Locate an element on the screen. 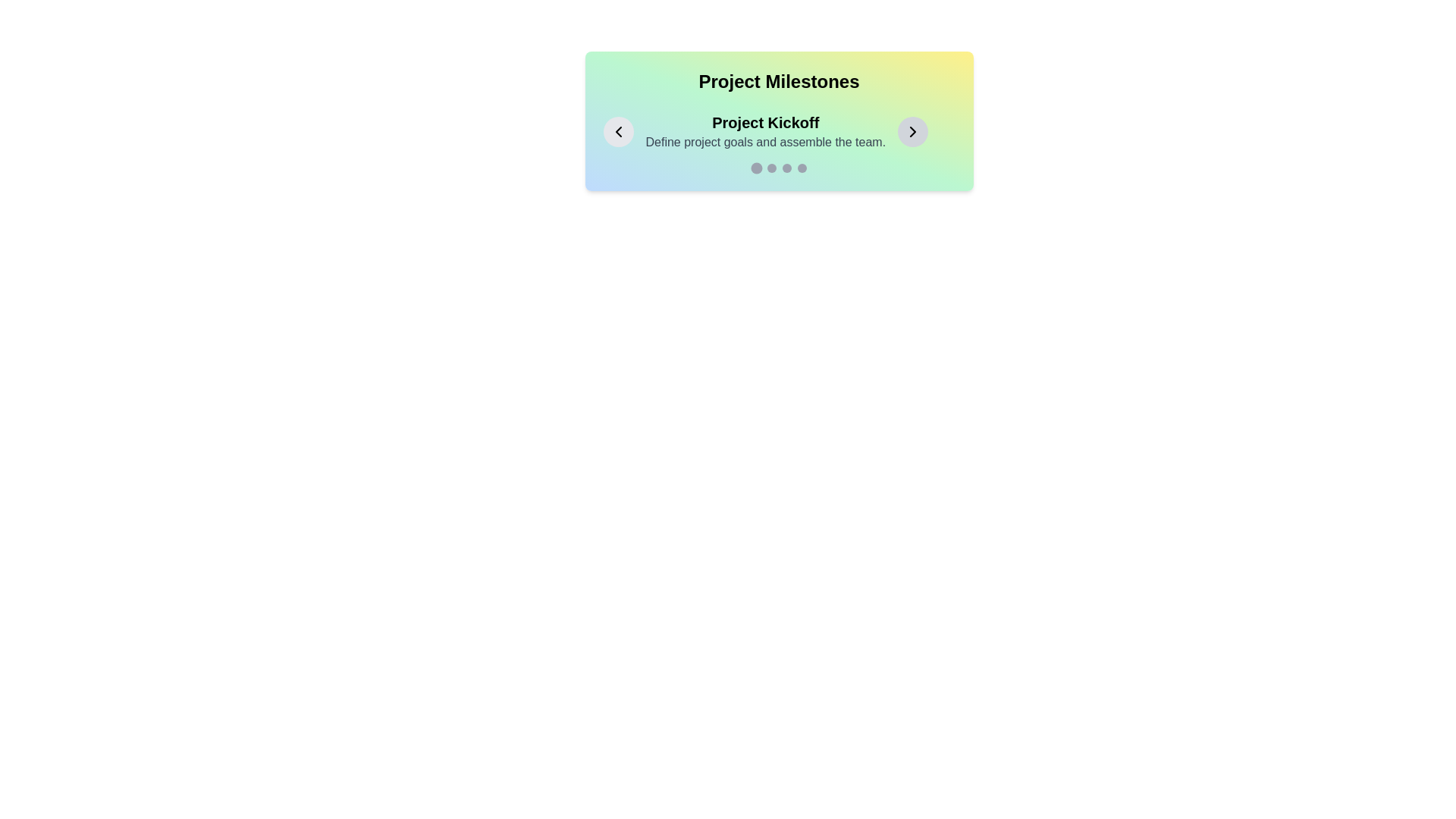 This screenshot has height=819, width=1456. the third circular button located at the bottom center of the card interface is located at coordinates (786, 168).